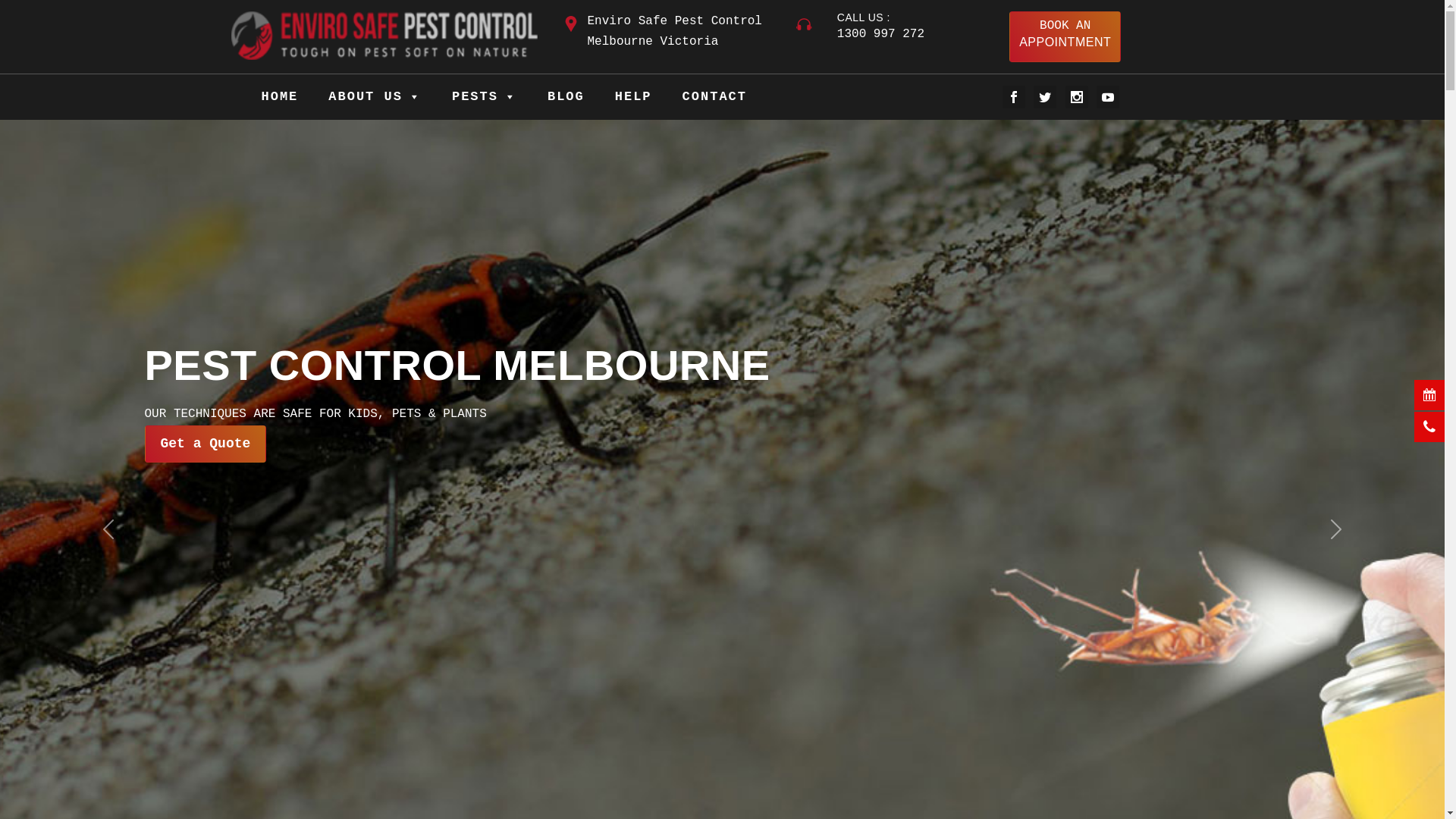  What do you see at coordinates (246, 96) in the screenshot?
I see `'HOME'` at bounding box center [246, 96].